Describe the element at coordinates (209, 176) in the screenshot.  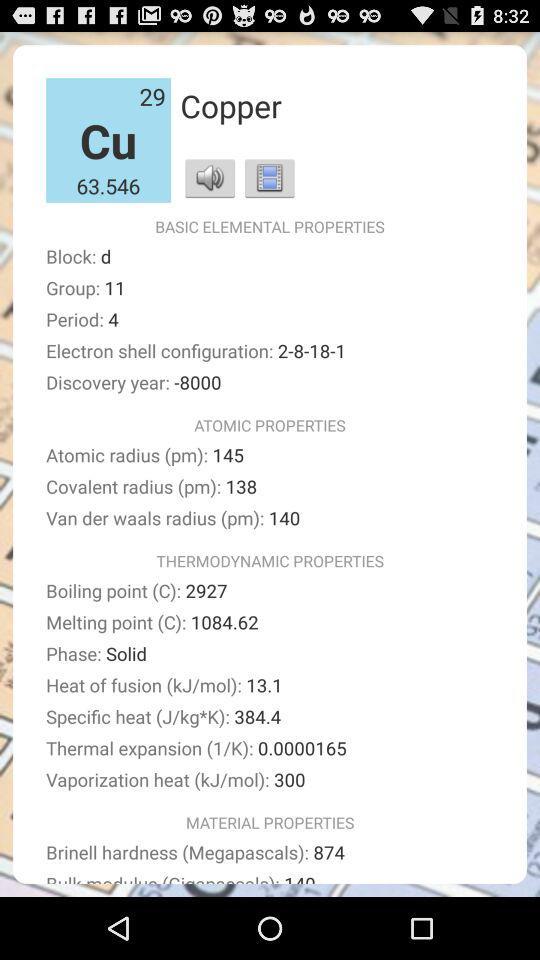
I see `app next to 63.546 icon` at that location.